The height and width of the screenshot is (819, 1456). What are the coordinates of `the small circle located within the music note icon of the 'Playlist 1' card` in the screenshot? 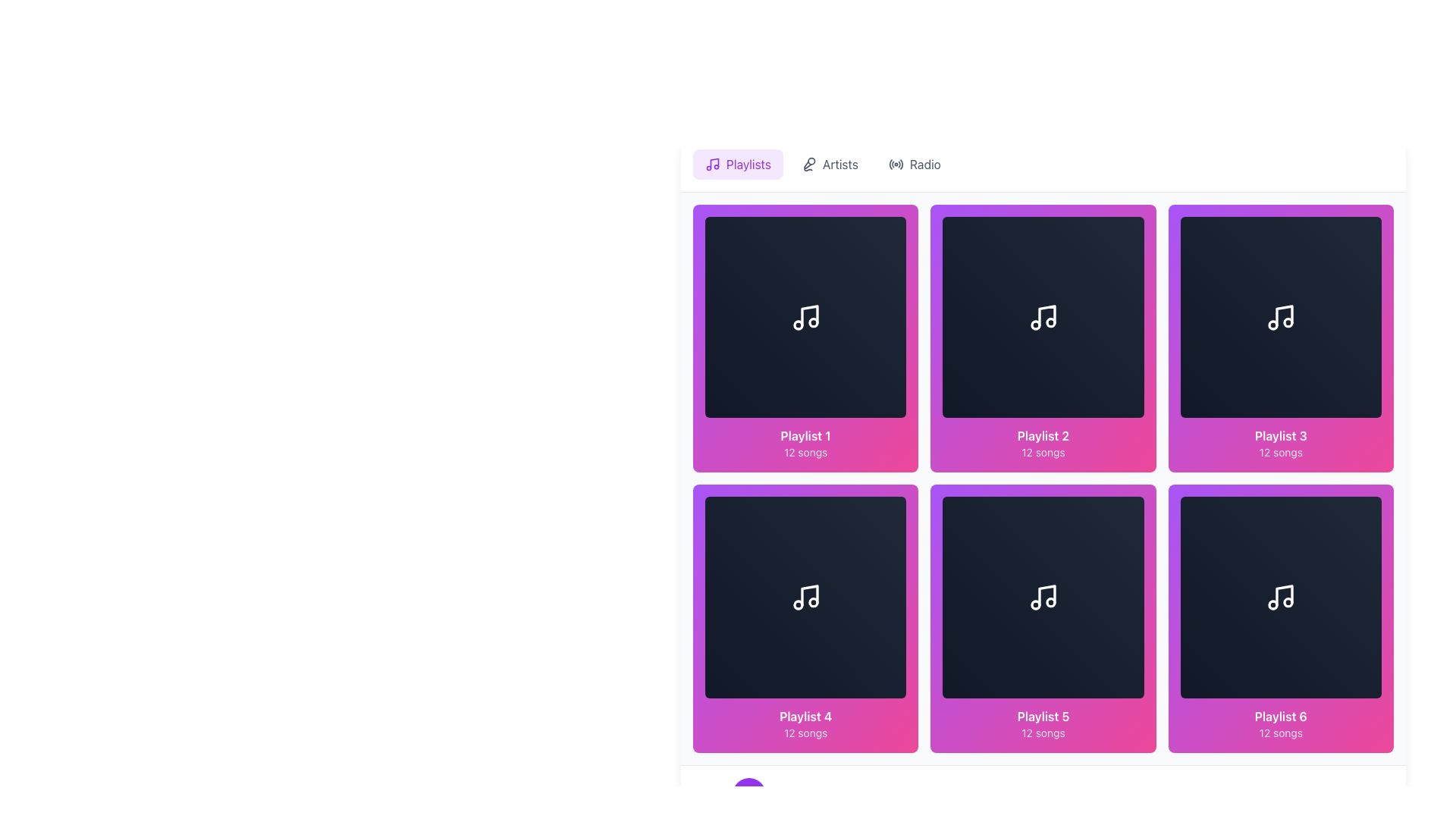 It's located at (812, 322).